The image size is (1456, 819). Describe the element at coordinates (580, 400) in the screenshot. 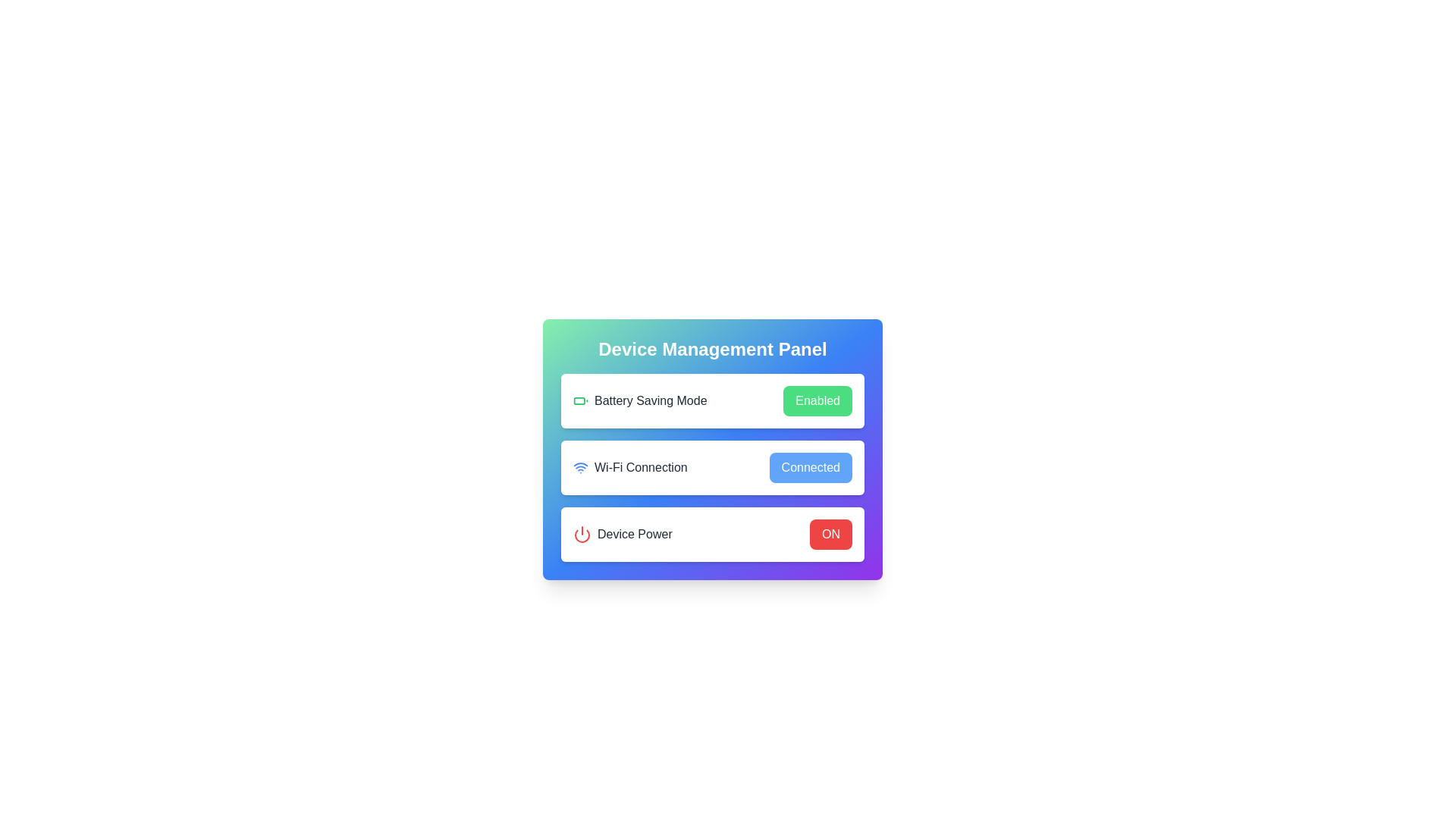

I see `the green battery icon in the 'Battery Saving Mode' row of the 'Device Management Panel'` at that location.